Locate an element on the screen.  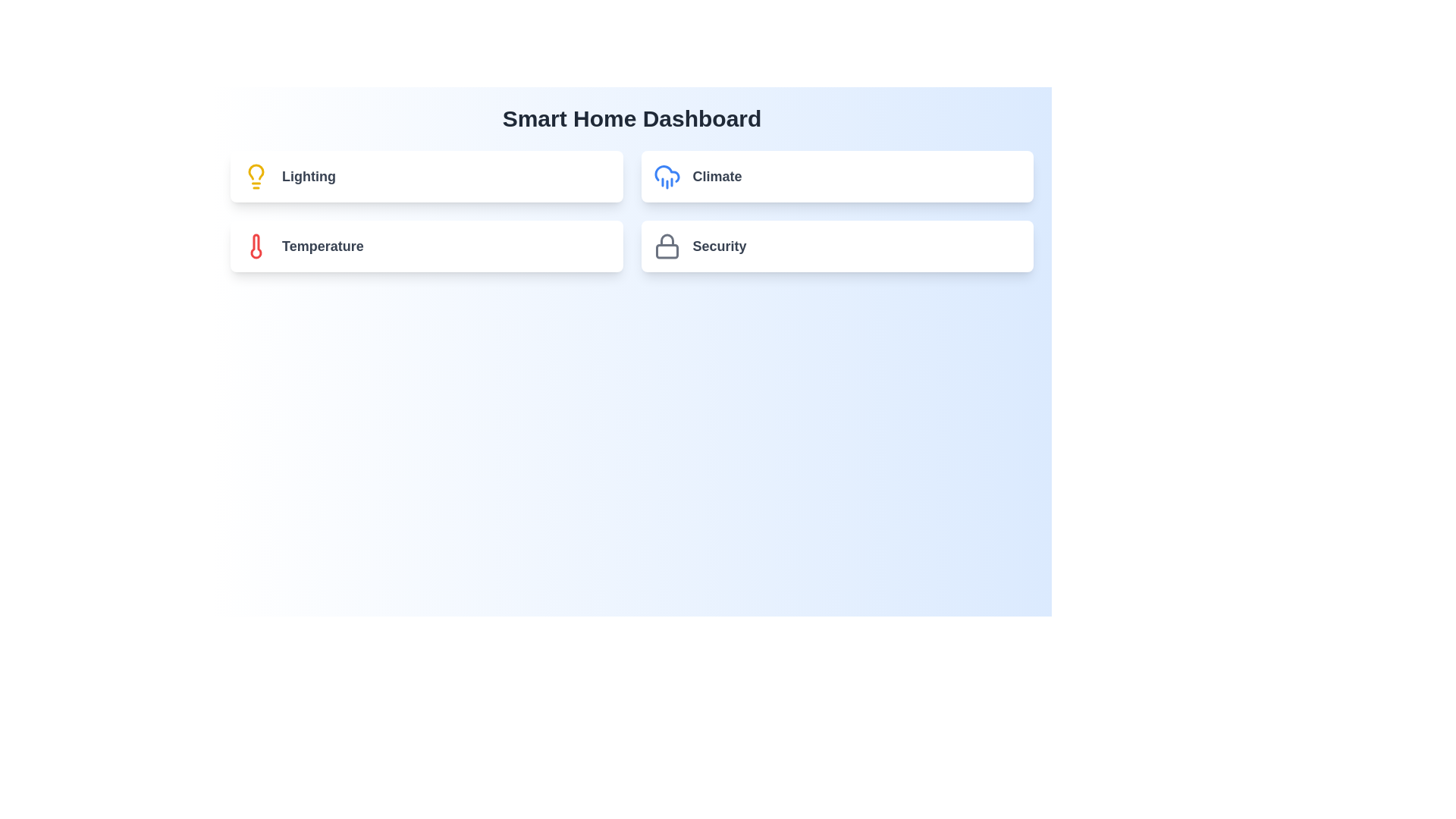
the 'Temperature' module card which is the third element in the grid layout, located below the 'Lighting' element is located at coordinates (425, 245).